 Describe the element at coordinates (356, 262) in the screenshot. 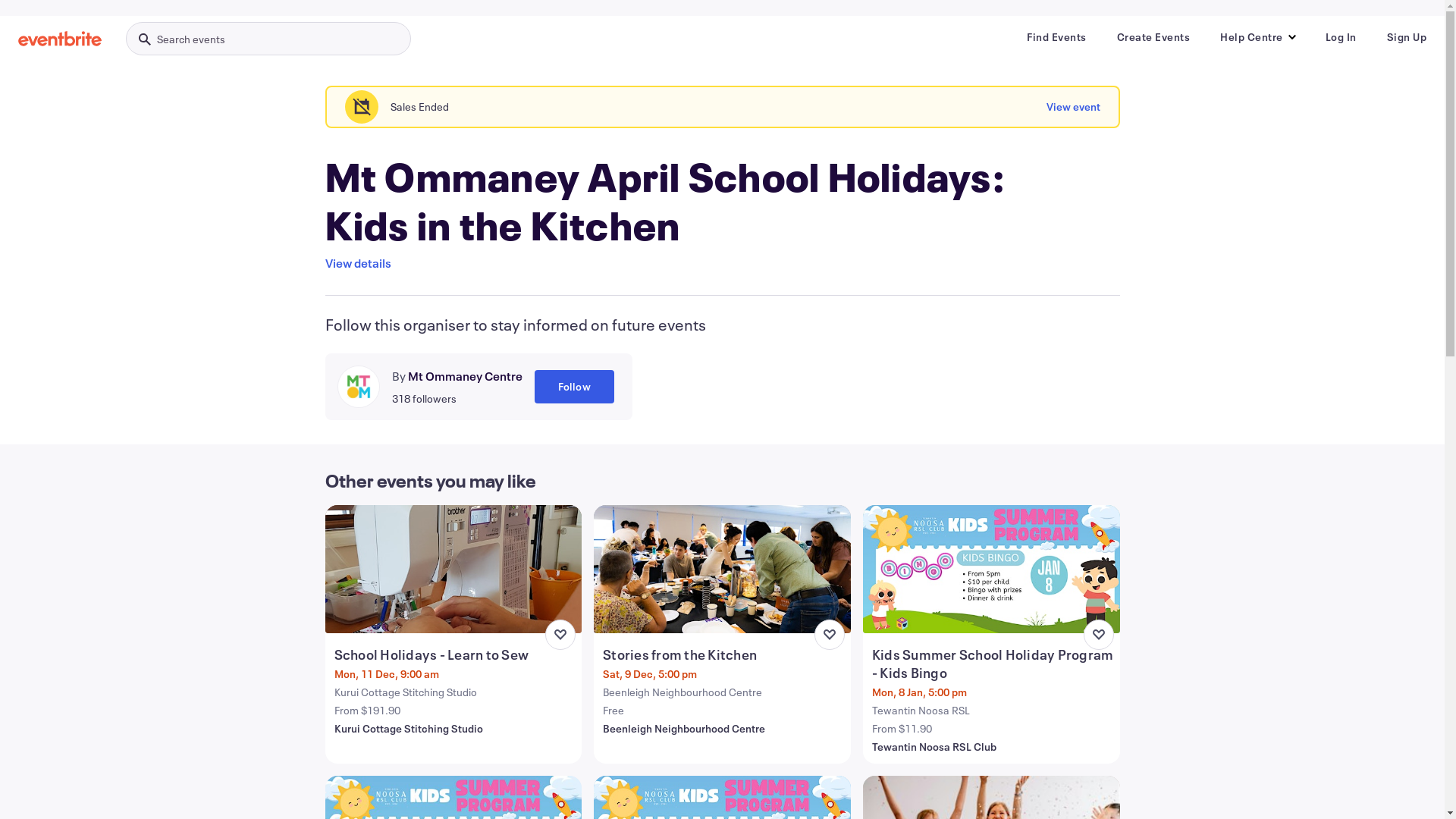

I see `'View details'` at that location.